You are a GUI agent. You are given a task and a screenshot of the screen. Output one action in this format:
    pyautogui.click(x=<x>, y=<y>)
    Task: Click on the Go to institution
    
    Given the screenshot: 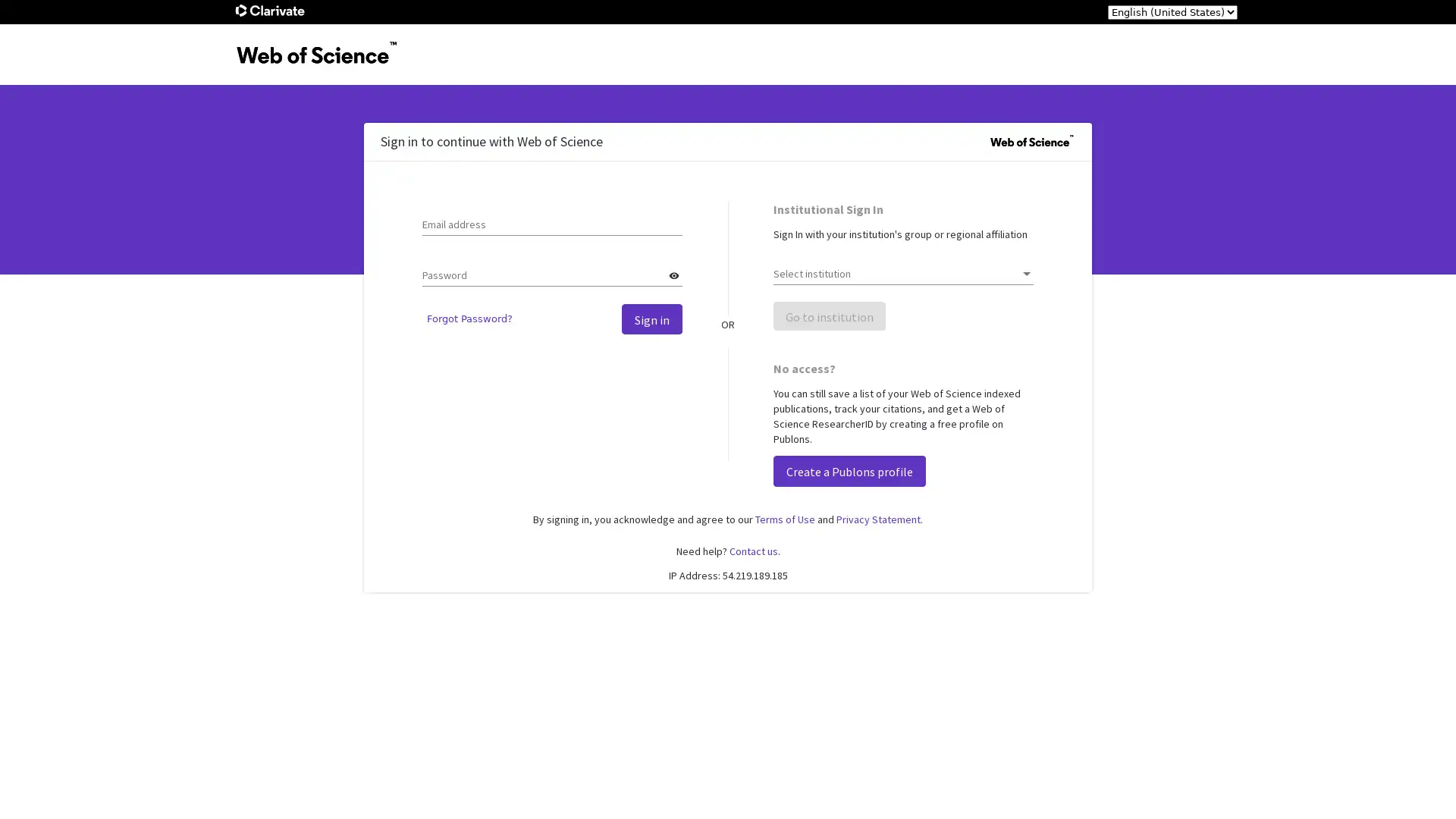 What is the action you would take?
    pyautogui.click(x=829, y=315)
    